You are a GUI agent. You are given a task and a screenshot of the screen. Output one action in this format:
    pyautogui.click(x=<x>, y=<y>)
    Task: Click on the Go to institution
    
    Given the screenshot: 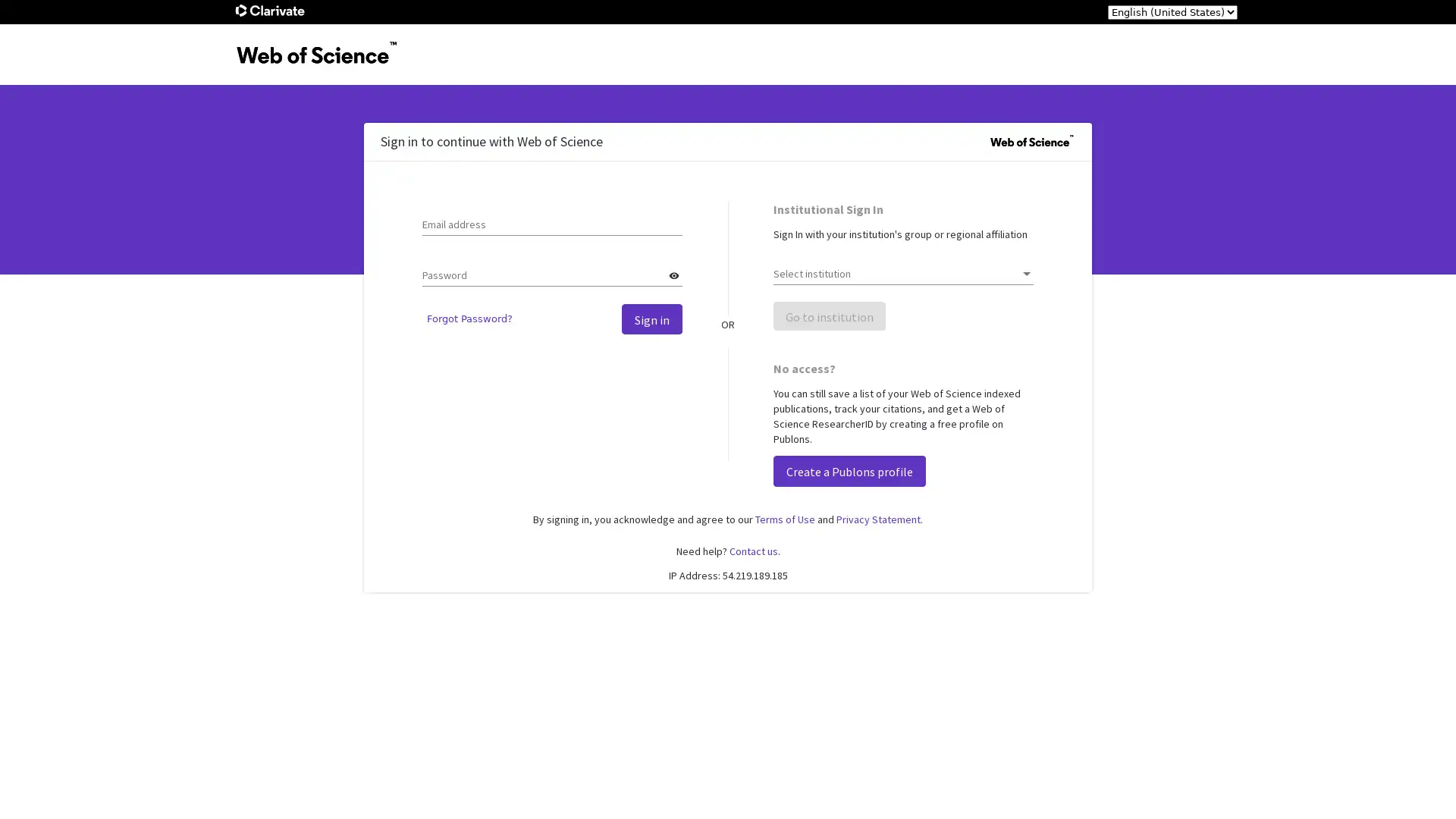 What is the action you would take?
    pyautogui.click(x=829, y=315)
    